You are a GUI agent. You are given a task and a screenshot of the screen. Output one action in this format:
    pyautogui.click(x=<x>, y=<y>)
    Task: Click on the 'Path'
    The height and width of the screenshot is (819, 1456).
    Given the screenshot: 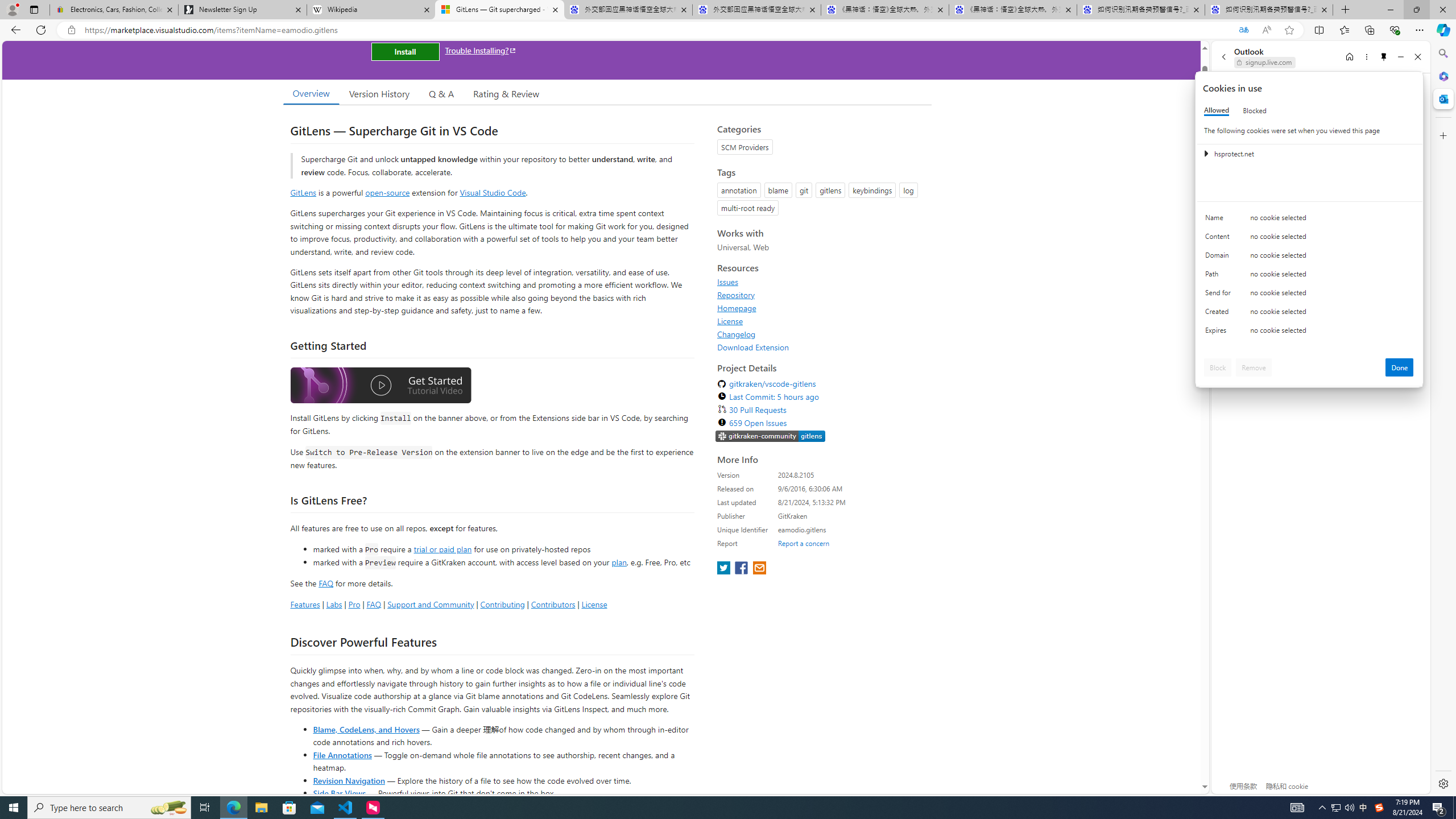 What is the action you would take?
    pyautogui.click(x=1219, y=276)
    